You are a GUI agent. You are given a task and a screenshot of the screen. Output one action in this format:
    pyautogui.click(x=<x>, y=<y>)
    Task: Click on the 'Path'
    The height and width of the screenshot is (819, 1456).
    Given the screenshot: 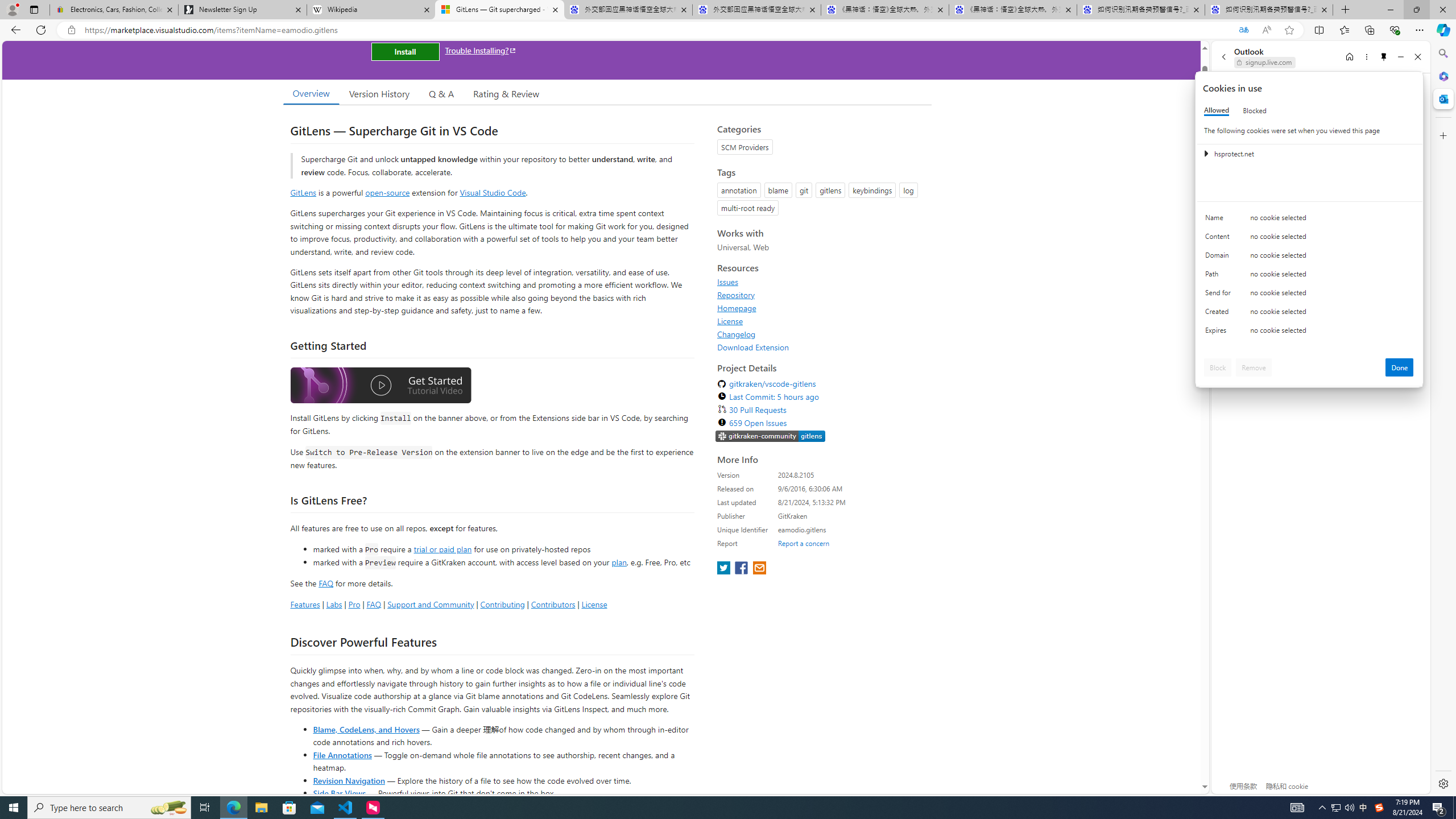 What is the action you would take?
    pyautogui.click(x=1219, y=276)
    